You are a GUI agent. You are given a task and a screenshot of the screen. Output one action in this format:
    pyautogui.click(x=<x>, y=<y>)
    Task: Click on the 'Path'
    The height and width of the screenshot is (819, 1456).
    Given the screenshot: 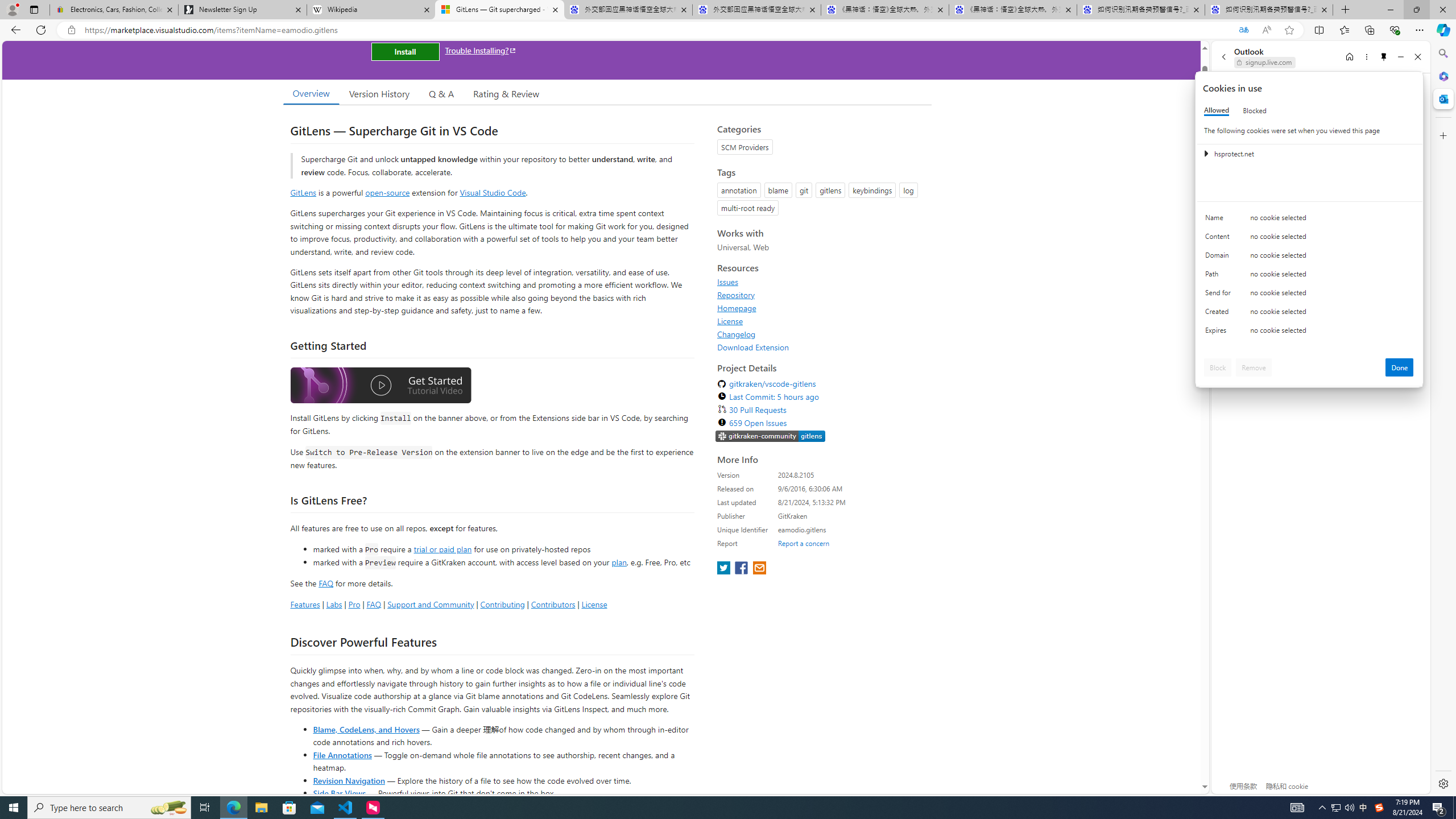 What is the action you would take?
    pyautogui.click(x=1219, y=276)
    